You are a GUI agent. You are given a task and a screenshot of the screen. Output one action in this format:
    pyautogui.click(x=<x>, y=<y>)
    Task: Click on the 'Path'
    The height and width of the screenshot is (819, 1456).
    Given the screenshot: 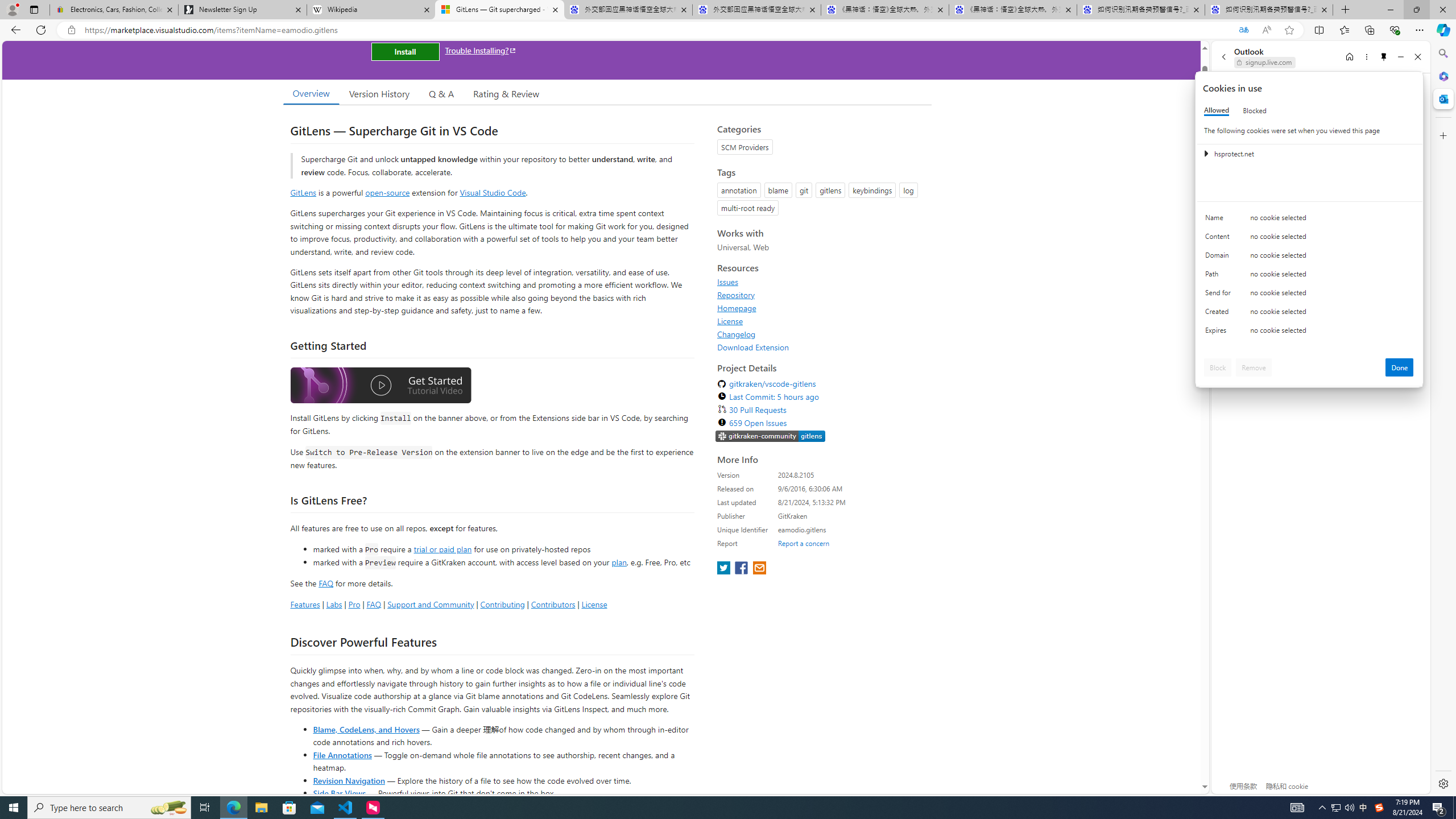 What is the action you would take?
    pyautogui.click(x=1219, y=276)
    